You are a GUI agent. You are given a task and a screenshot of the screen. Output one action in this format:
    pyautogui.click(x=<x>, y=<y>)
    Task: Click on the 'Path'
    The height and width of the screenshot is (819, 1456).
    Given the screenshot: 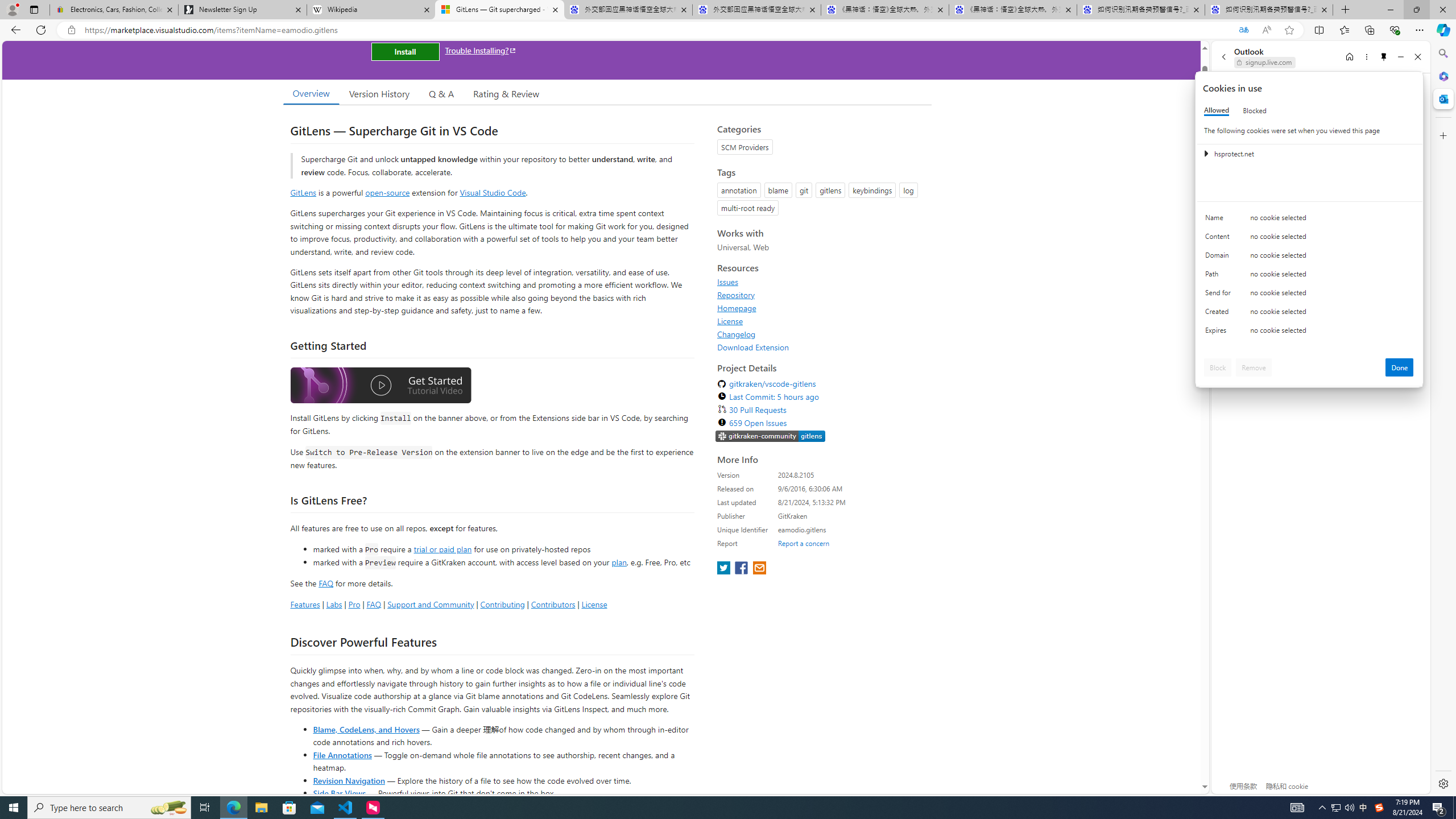 What is the action you would take?
    pyautogui.click(x=1219, y=276)
    